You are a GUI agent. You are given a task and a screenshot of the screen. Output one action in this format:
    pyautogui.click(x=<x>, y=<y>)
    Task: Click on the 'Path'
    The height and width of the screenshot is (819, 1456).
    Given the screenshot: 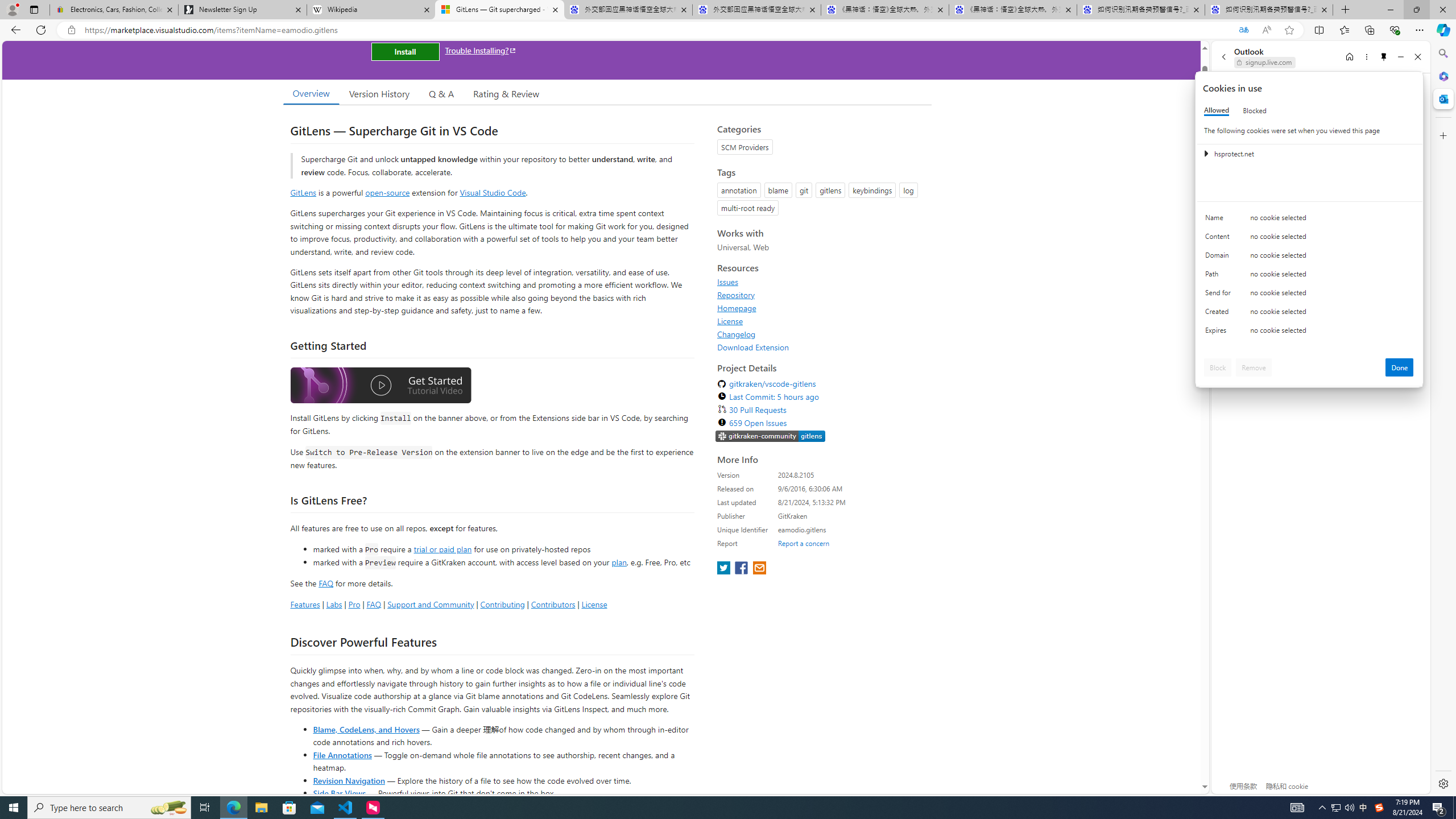 What is the action you would take?
    pyautogui.click(x=1219, y=276)
    